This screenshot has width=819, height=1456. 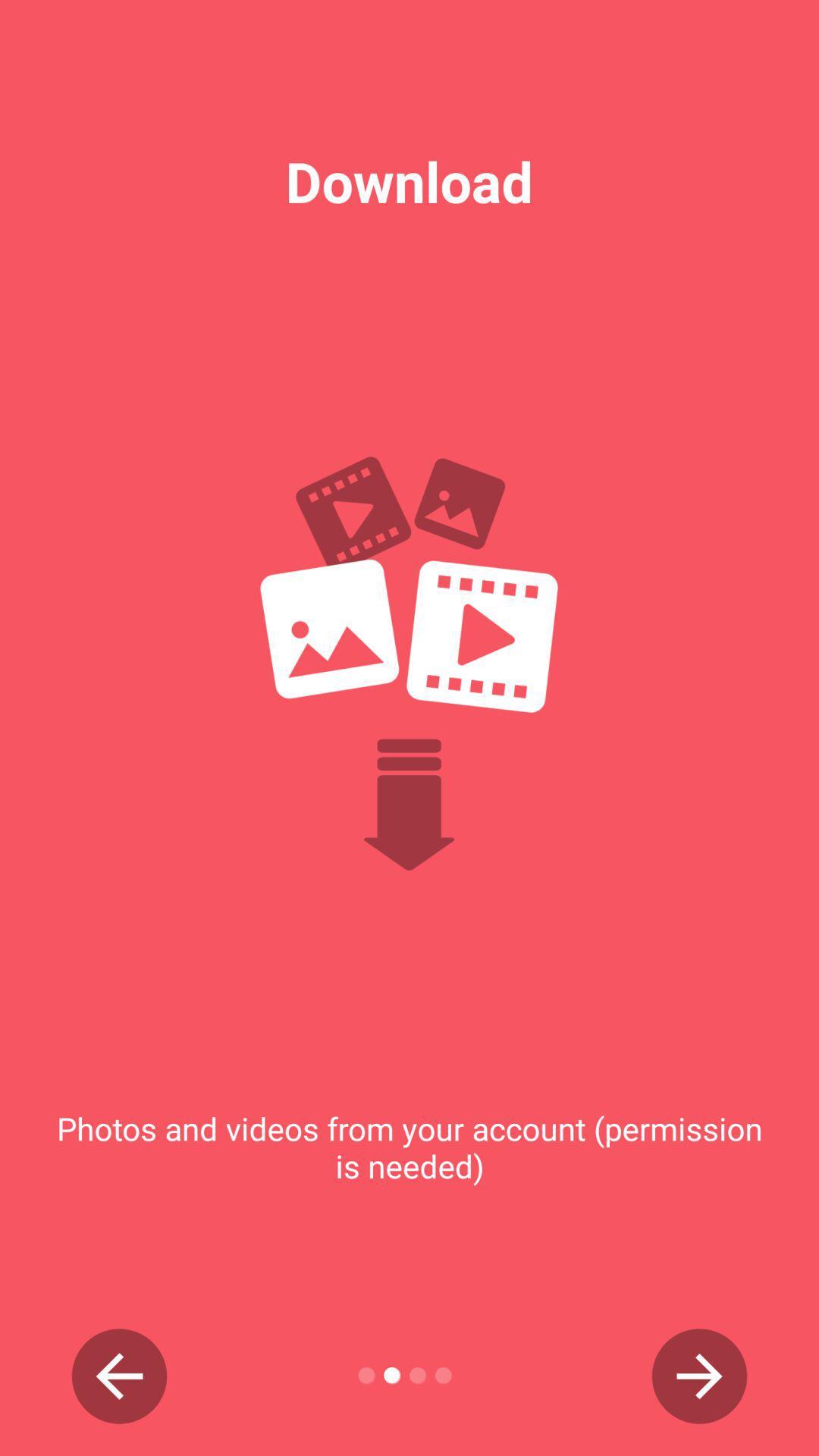 What do you see at coordinates (699, 1376) in the screenshot?
I see `the arrow_forward icon` at bounding box center [699, 1376].